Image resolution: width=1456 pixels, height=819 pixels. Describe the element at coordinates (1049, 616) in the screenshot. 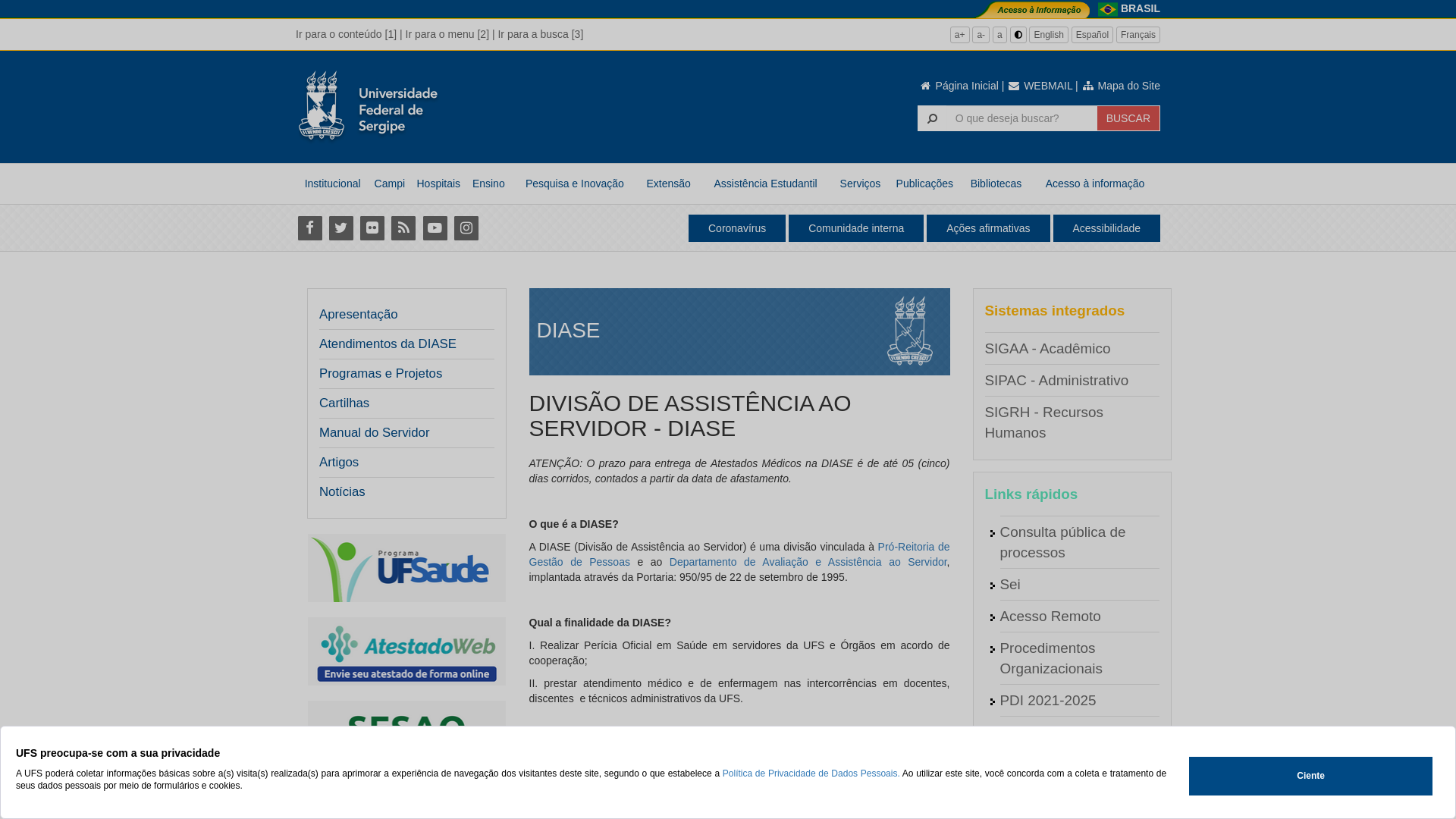

I see `'Acesso Remoto'` at that location.